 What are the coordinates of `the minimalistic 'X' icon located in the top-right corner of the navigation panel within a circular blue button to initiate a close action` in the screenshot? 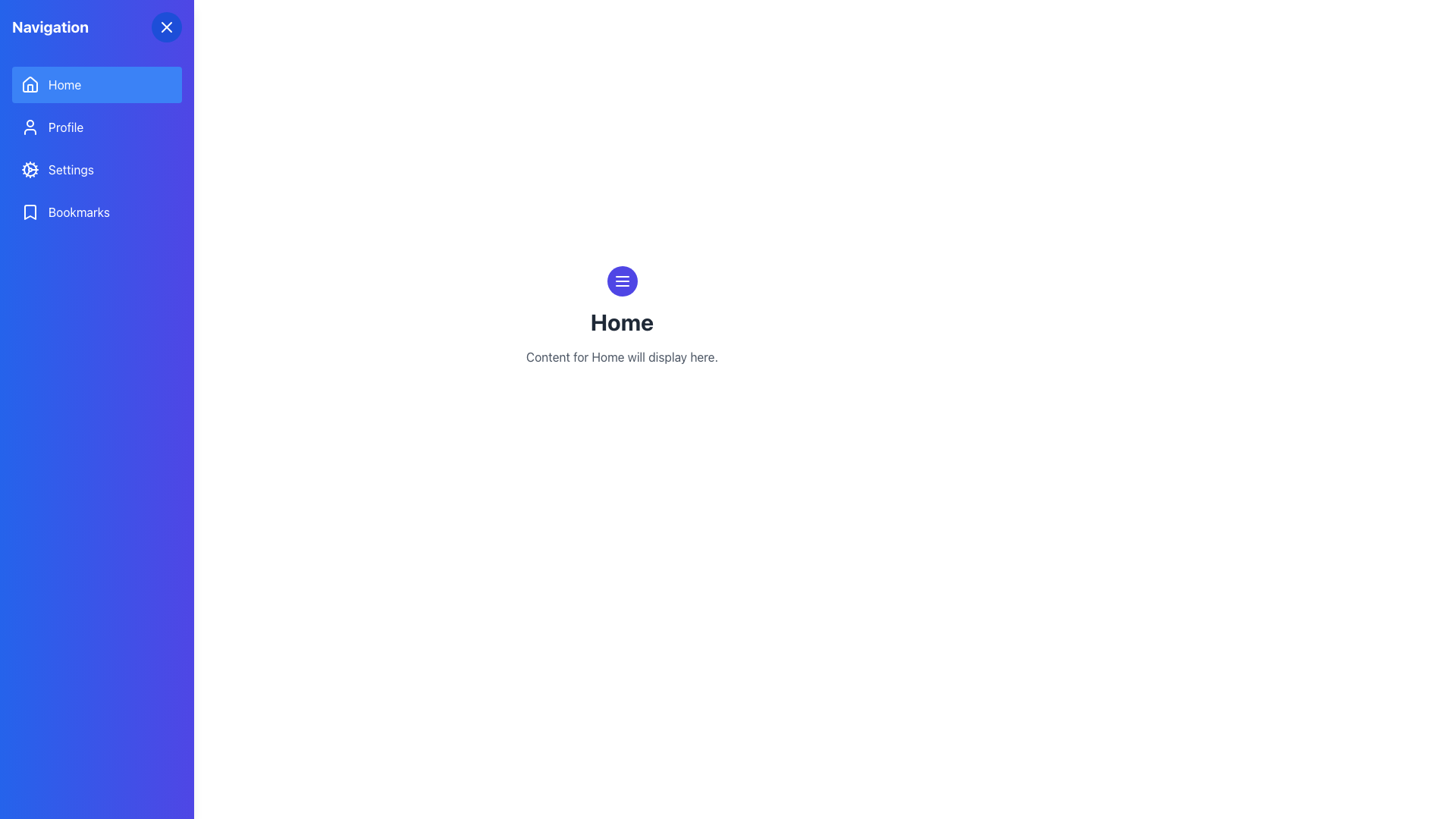 It's located at (167, 27).